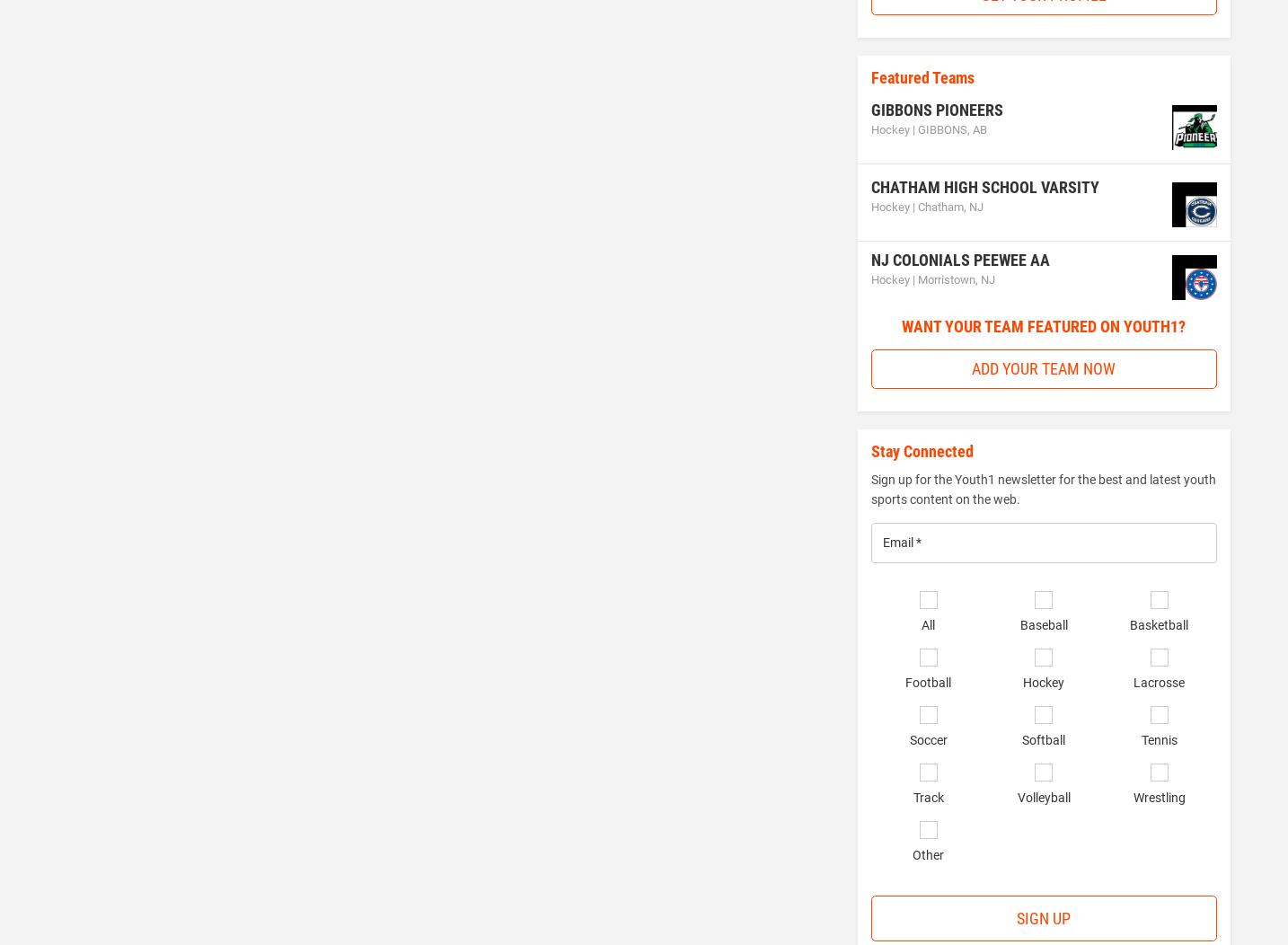 This screenshot has height=945, width=1288. What do you see at coordinates (935, 109) in the screenshot?
I see `'Gibbons Pioneers'` at bounding box center [935, 109].